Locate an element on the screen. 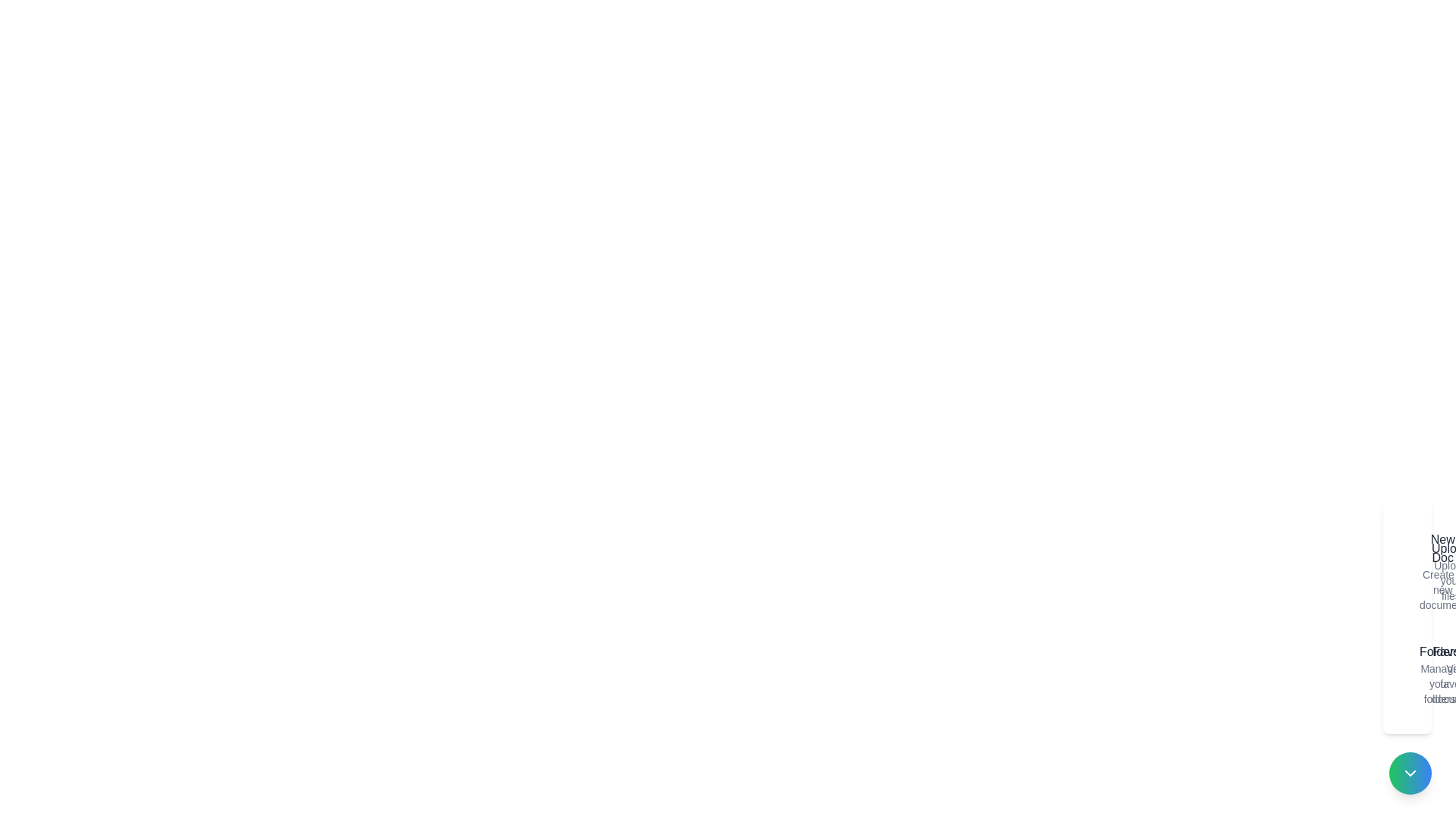 The width and height of the screenshot is (1456, 819). the toggle button to change the visibility of the speed dial menu is located at coordinates (1410, 773).